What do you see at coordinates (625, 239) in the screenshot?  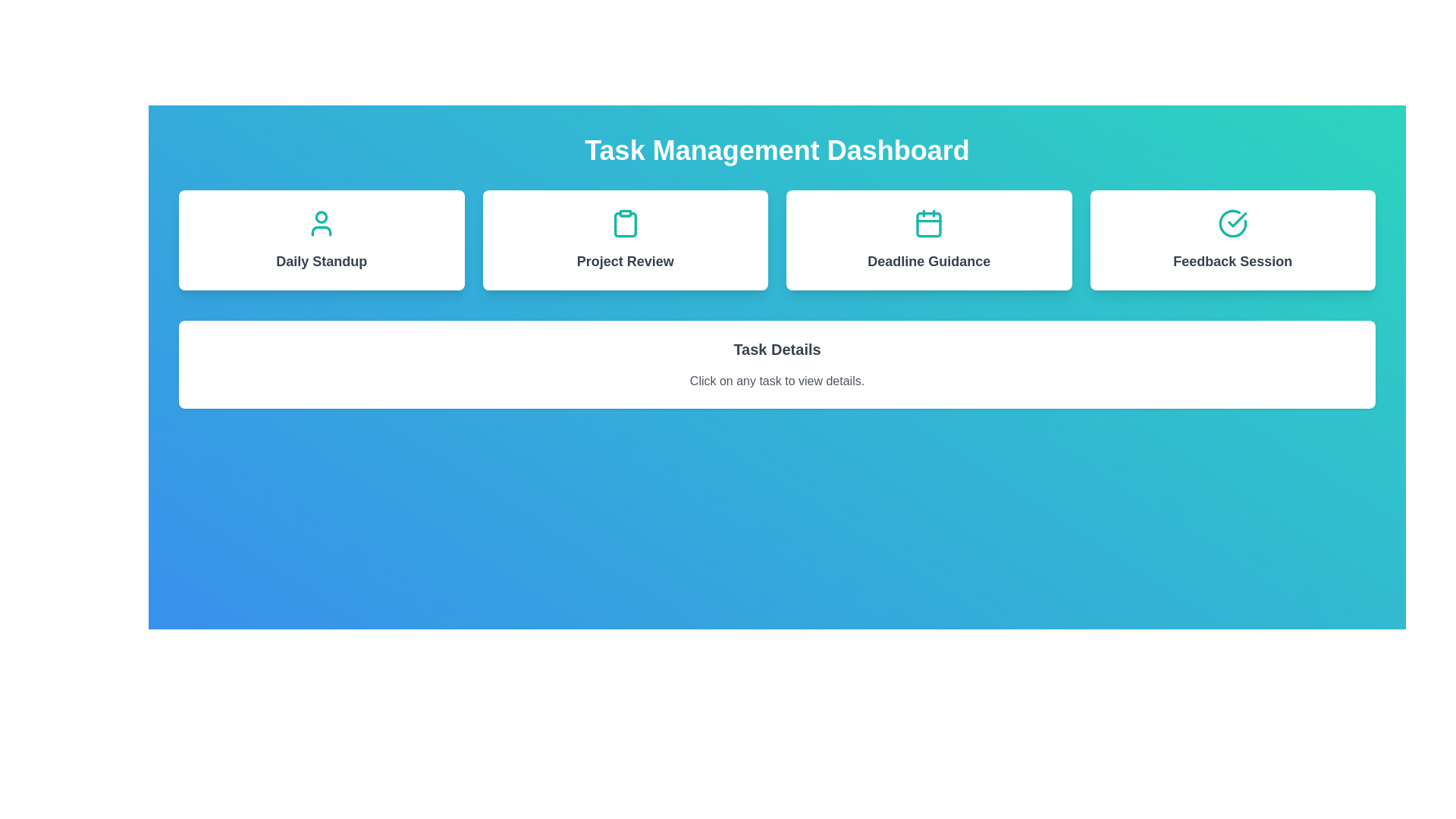 I see `the 'Project Review' button-like selectable card located in the second column of the grid layout, positioned between the 'Daily Standup' and 'Deadline Guidance' cards` at bounding box center [625, 239].